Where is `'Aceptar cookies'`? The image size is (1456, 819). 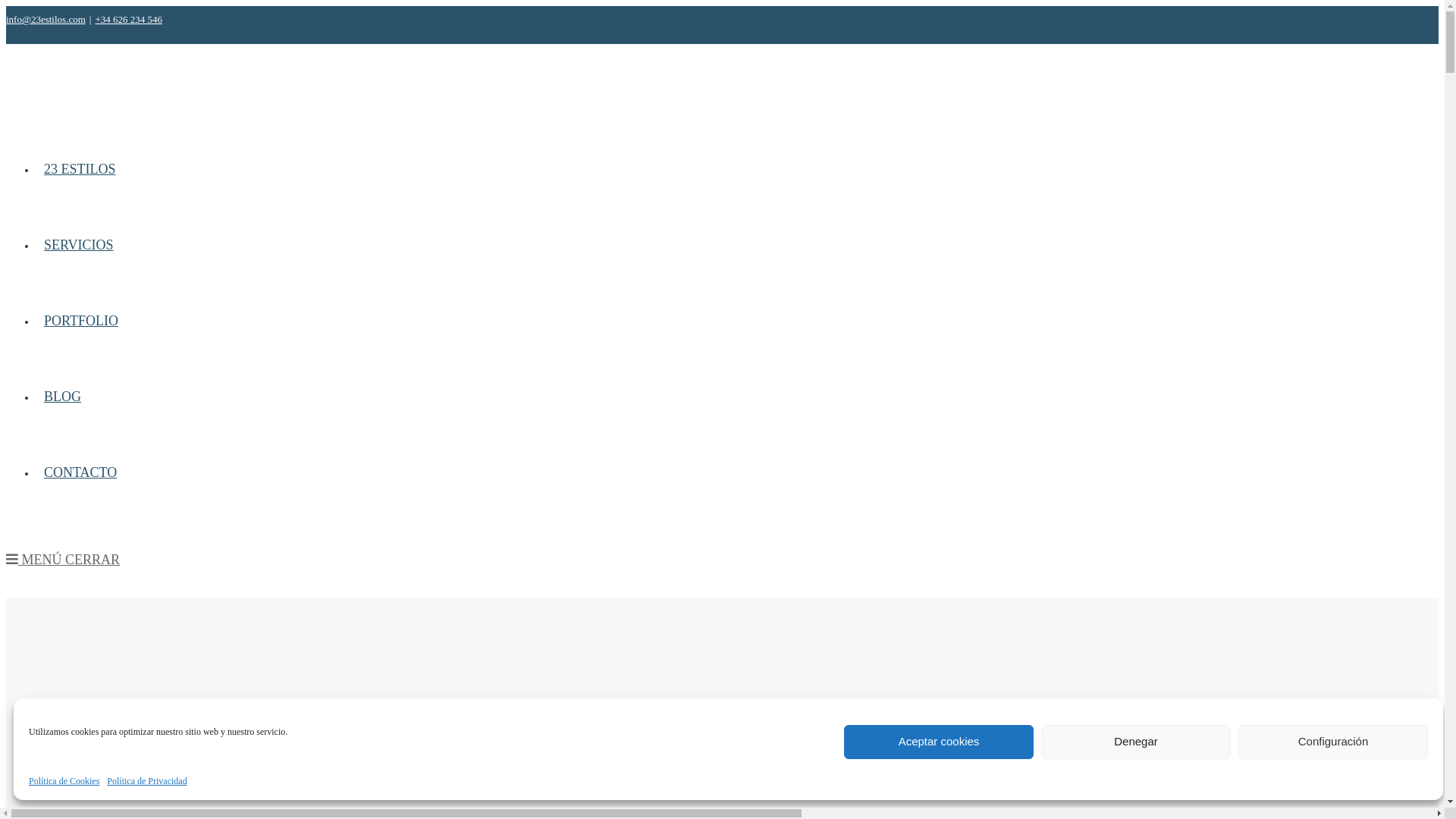 'Aceptar cookies' is located at coordinates (843, 741).